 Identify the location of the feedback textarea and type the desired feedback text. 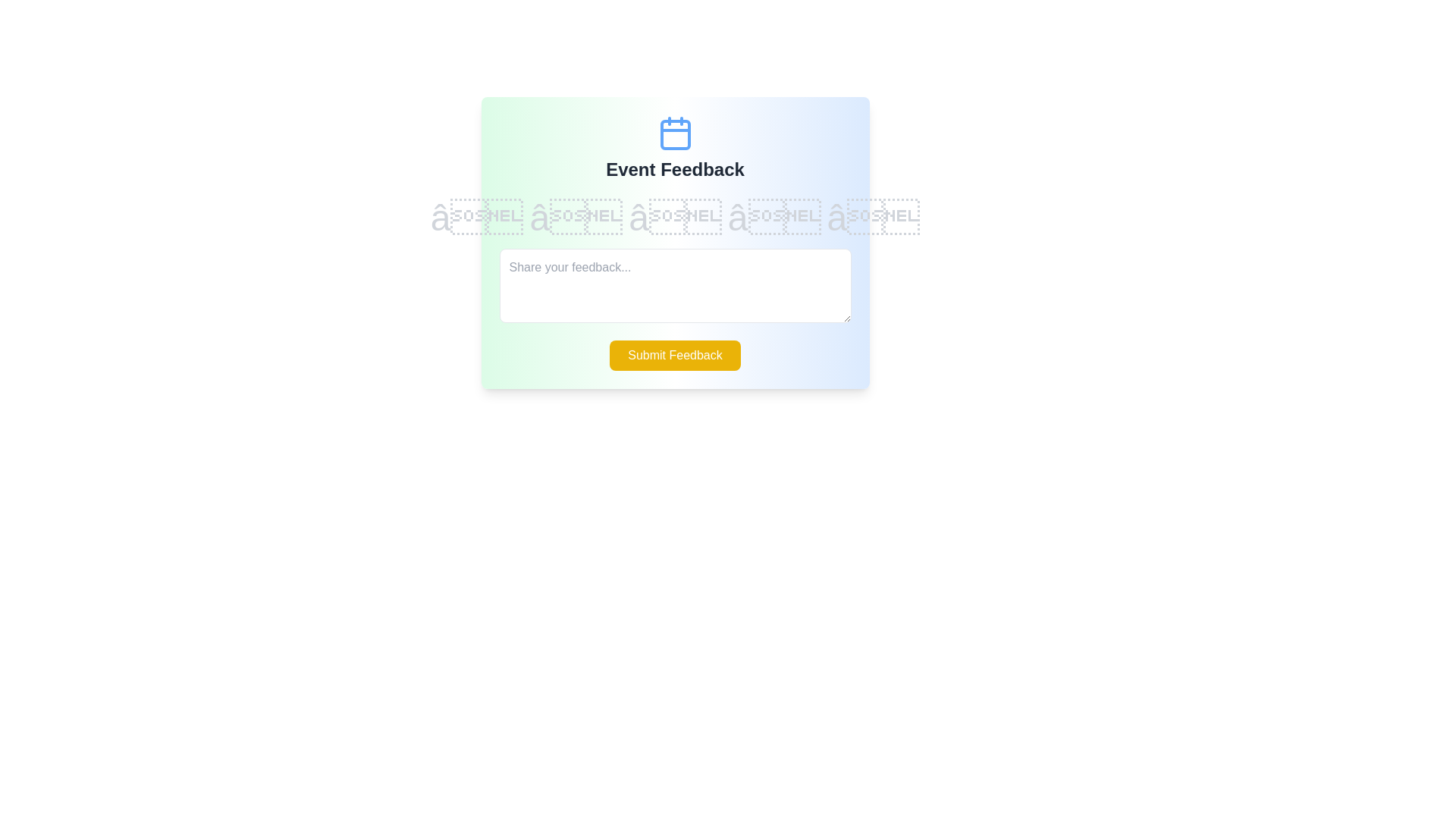
(674, 286).